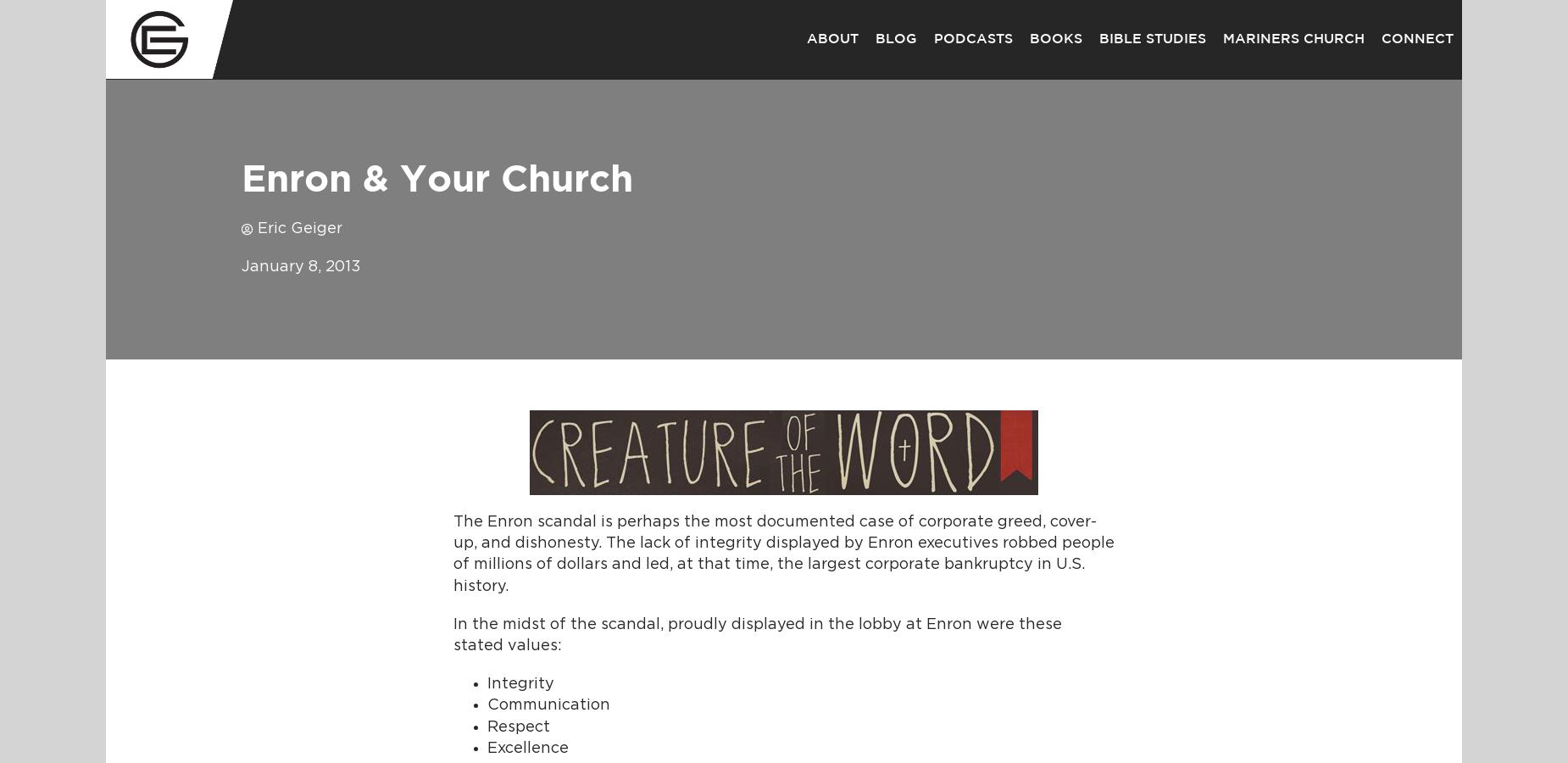  What do you see at coordinates (1054, 38) in the screenshot?
I see `'Books'` at bounding box center [1054, 38].